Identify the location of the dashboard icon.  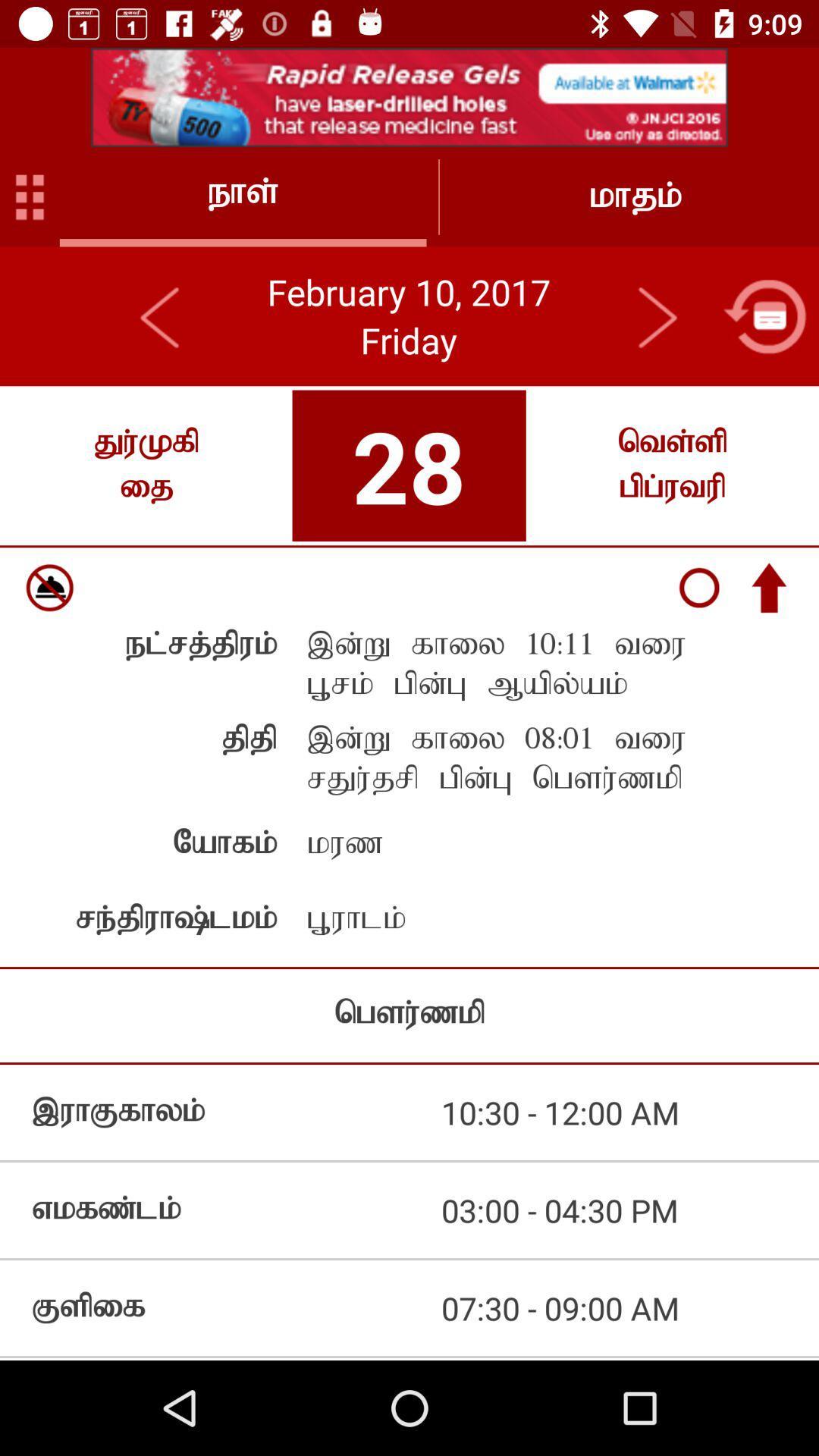
(30, 196).